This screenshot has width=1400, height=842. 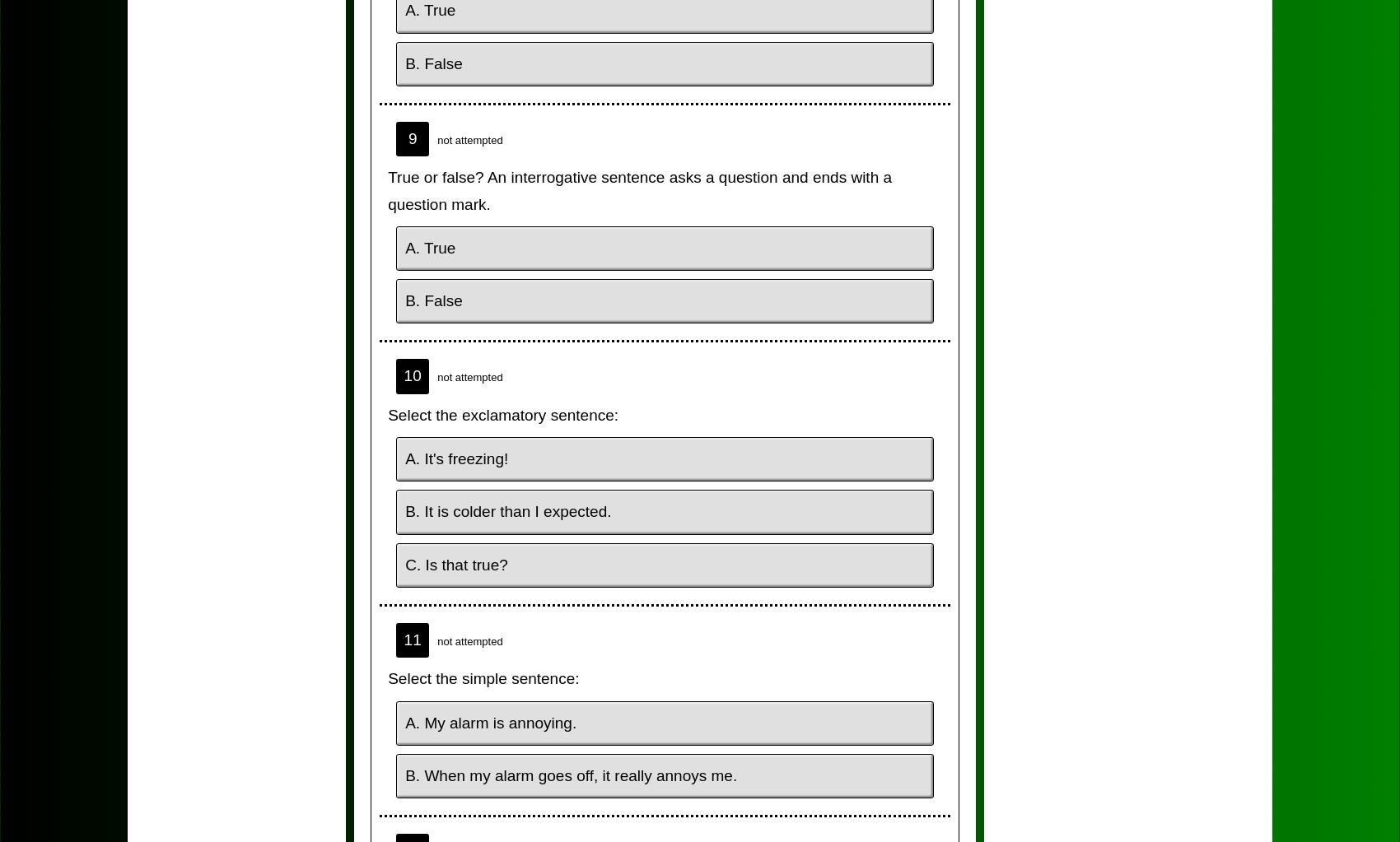 What do you see at coordinates (639, 189) in the screenshot?
I see `'True or false? An interrogative sentence asks a question and ends with a question mark.'` at bounding box center [639, 189].